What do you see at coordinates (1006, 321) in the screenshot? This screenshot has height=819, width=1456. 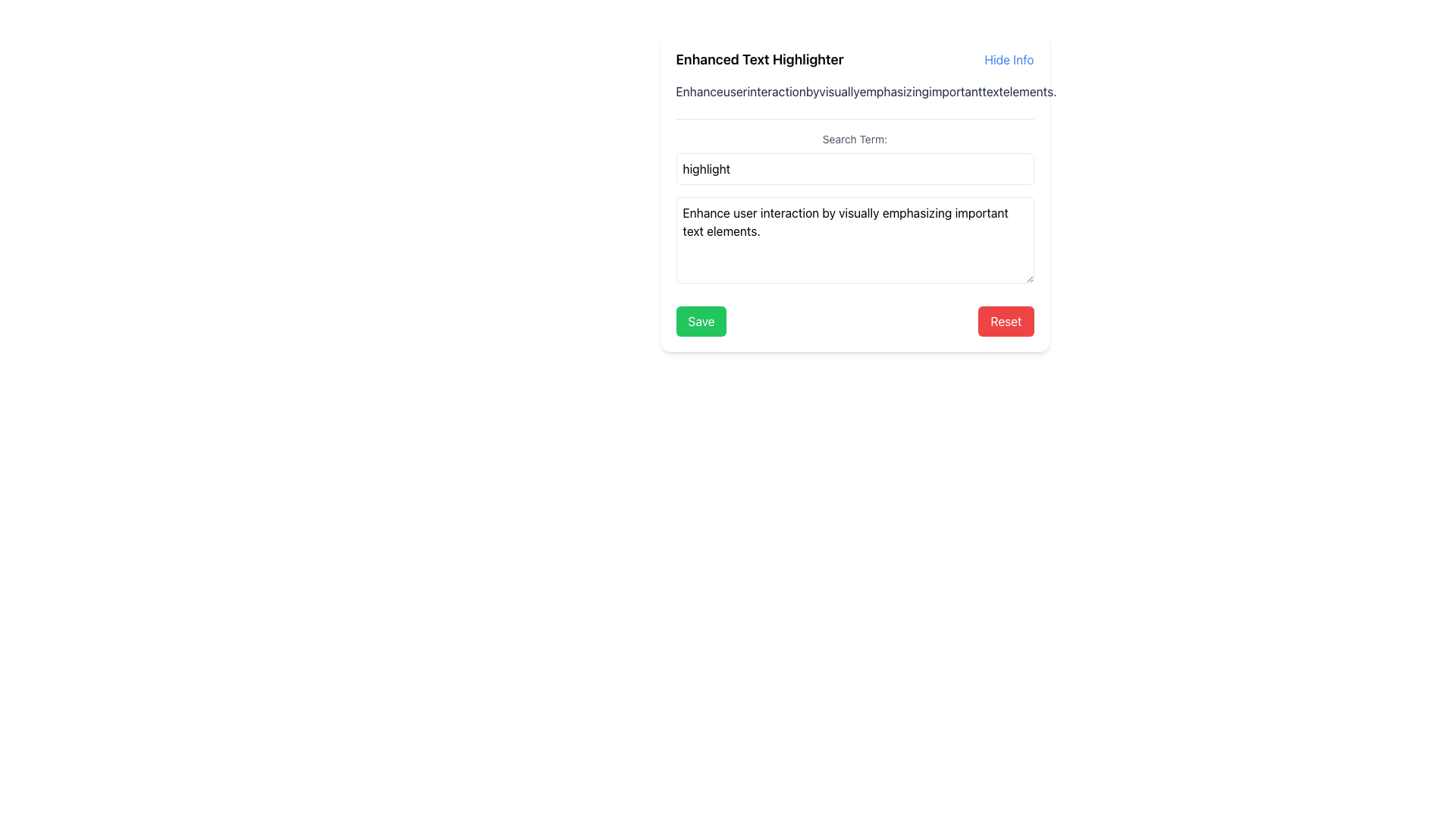 I see `the 'Reset' button located to the right of the 'Save' button in the bottom section of the interface` at bounding box center [1006, 321].